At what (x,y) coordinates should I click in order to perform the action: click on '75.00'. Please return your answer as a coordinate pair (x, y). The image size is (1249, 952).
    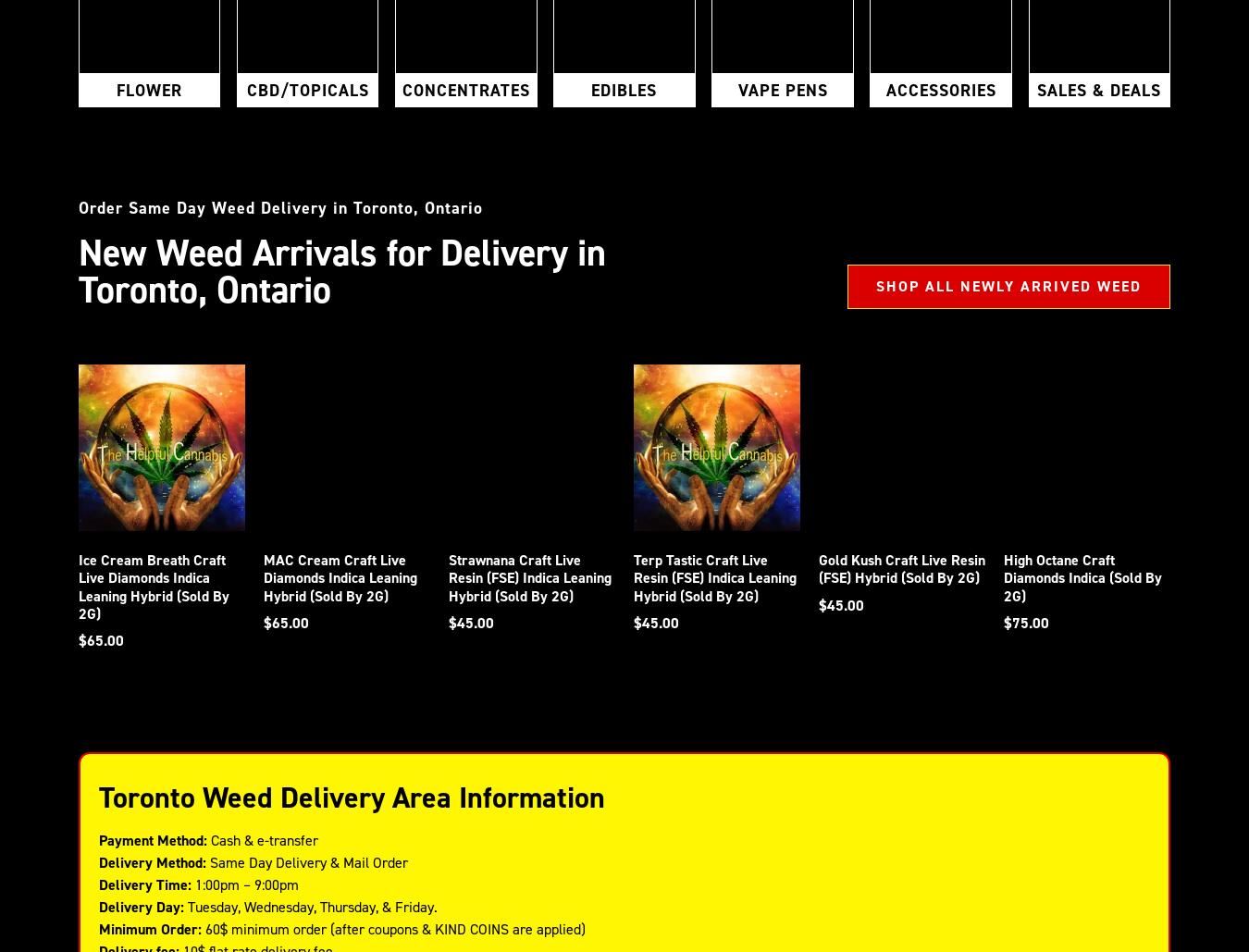
    Looking at the image, I should click on (1031, 621).